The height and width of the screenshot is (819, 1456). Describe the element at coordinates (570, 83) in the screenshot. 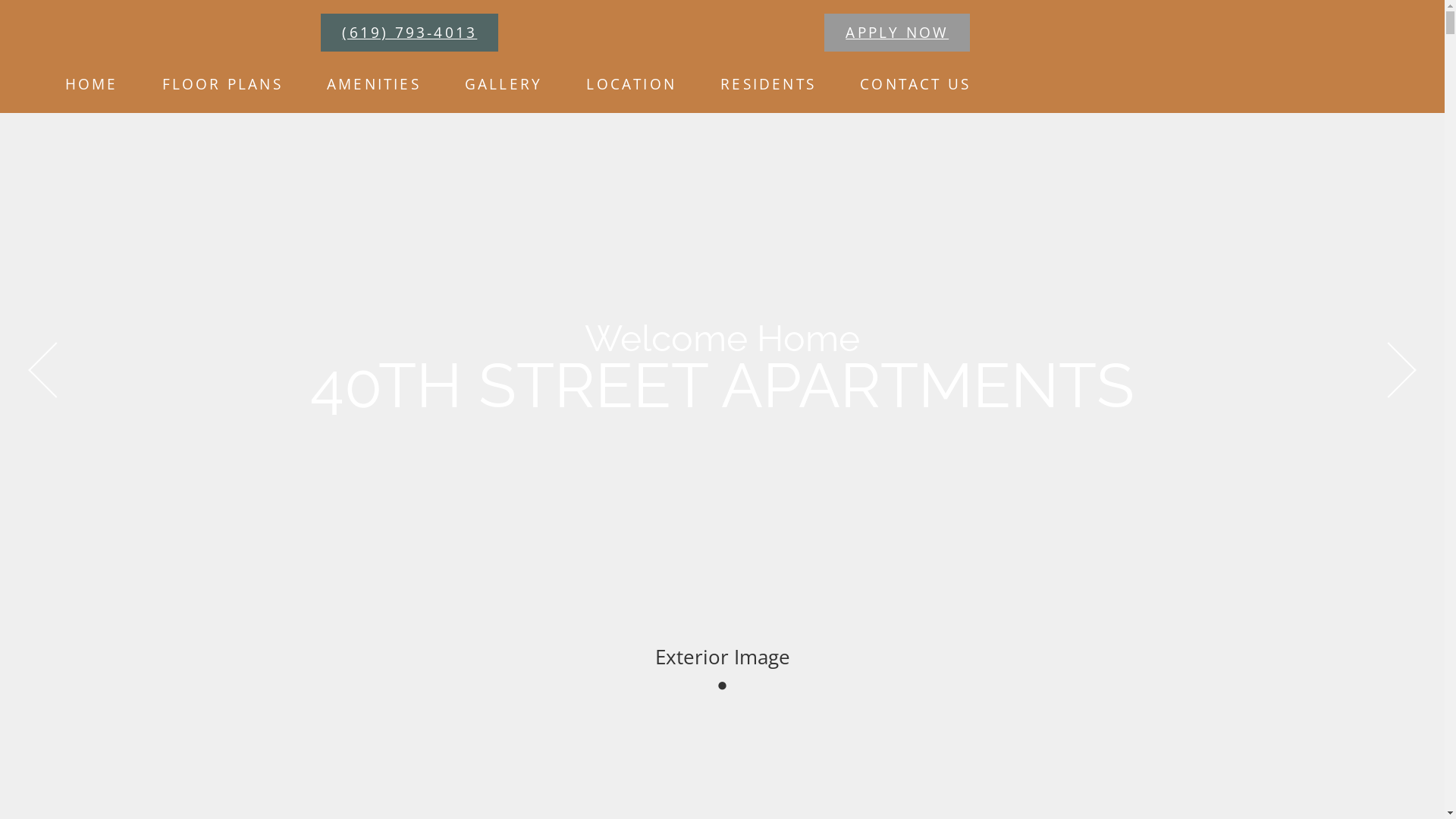

I see `'LOCATION'` at that location.